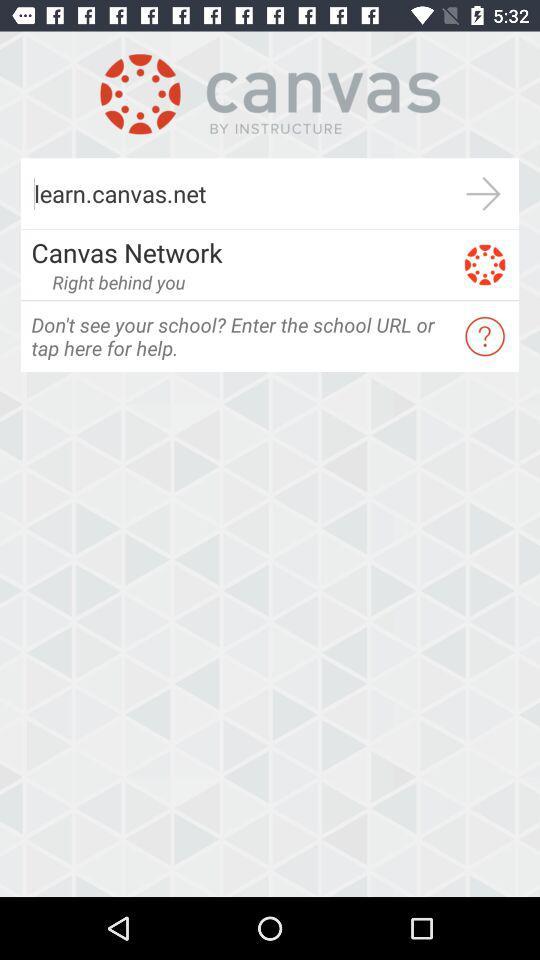 Image resolution: width=540 pixels, height=960 pixels. What do you see at coordinates (482, 193) in the screenshot?
I see `the arrow_forward icon` at bounding box center [482, 193].